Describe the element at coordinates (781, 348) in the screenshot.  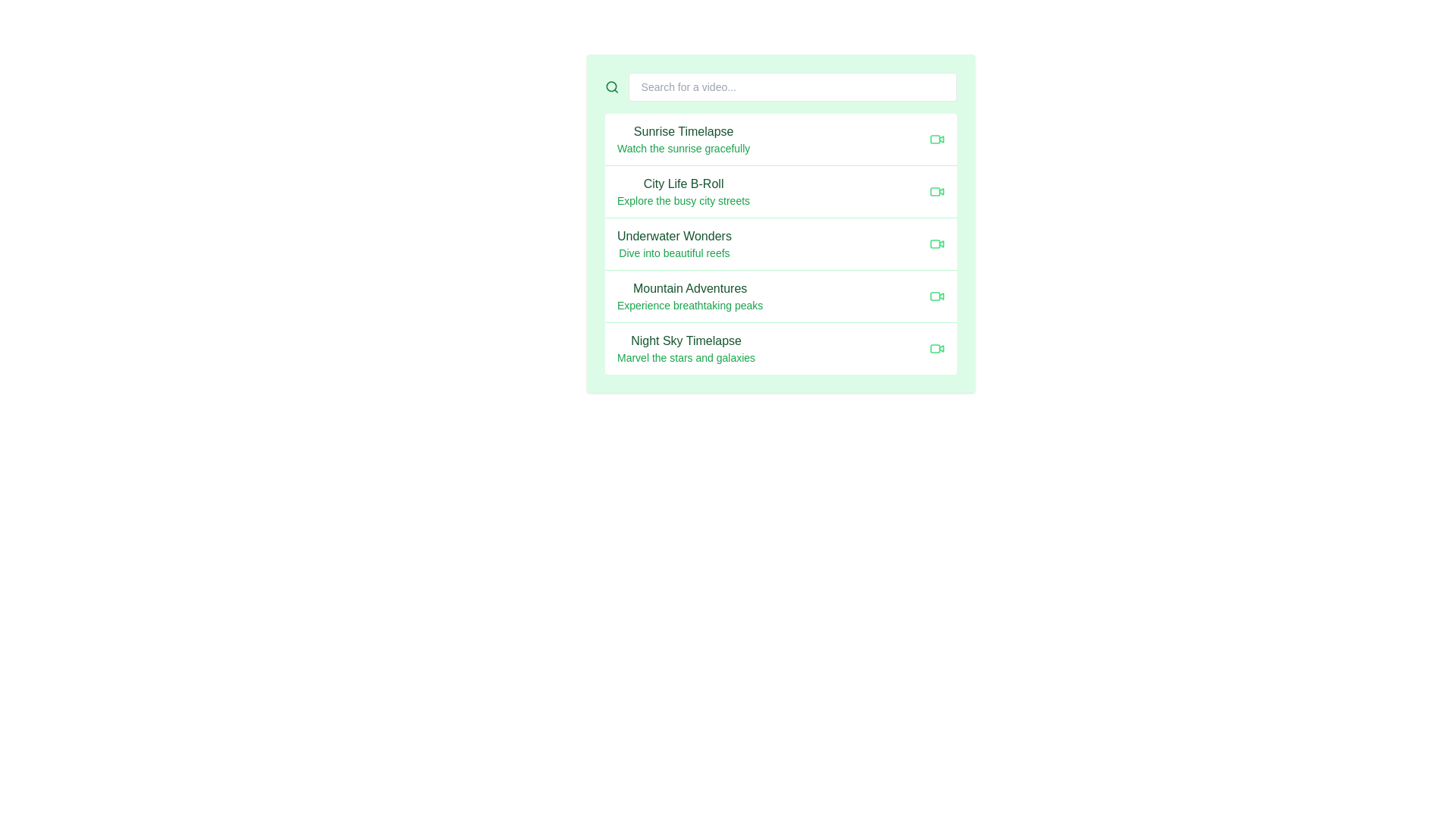
I see `the list item titled 'Night Sky Timelapse'` at that location.